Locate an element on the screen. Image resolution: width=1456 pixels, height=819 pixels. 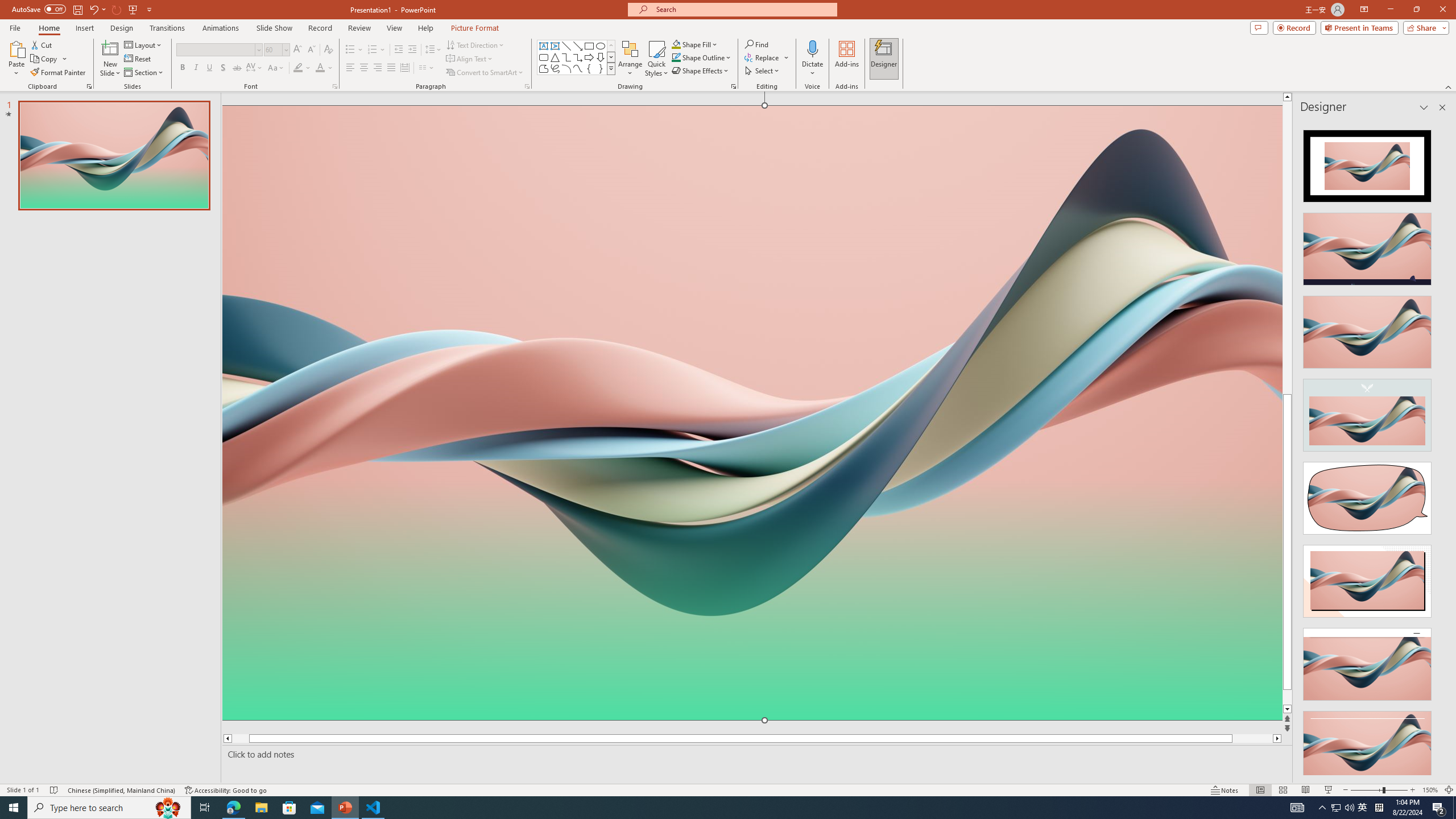
'Class: NetUIScrollBar' is located at coordinates (1441, 447).